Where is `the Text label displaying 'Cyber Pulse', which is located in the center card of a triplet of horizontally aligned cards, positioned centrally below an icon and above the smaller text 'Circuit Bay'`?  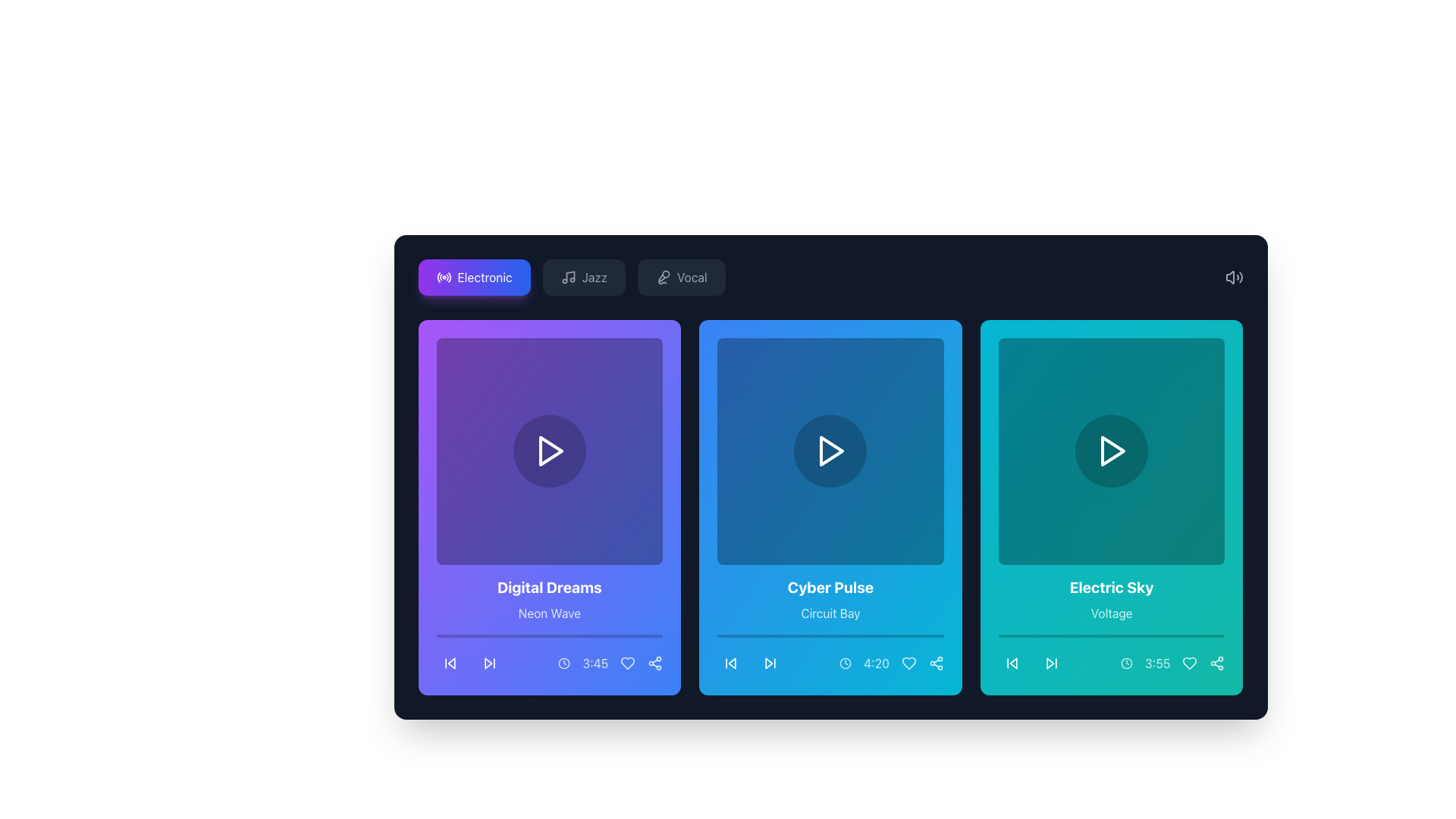
the Text label displaying 'Cyber Pulse', which is located in the center card of a triplet of horizontally aligned cards, positioned centrally below an icon and above the smaller text 'Circuit Bay' is located at coordinates (830, 586).